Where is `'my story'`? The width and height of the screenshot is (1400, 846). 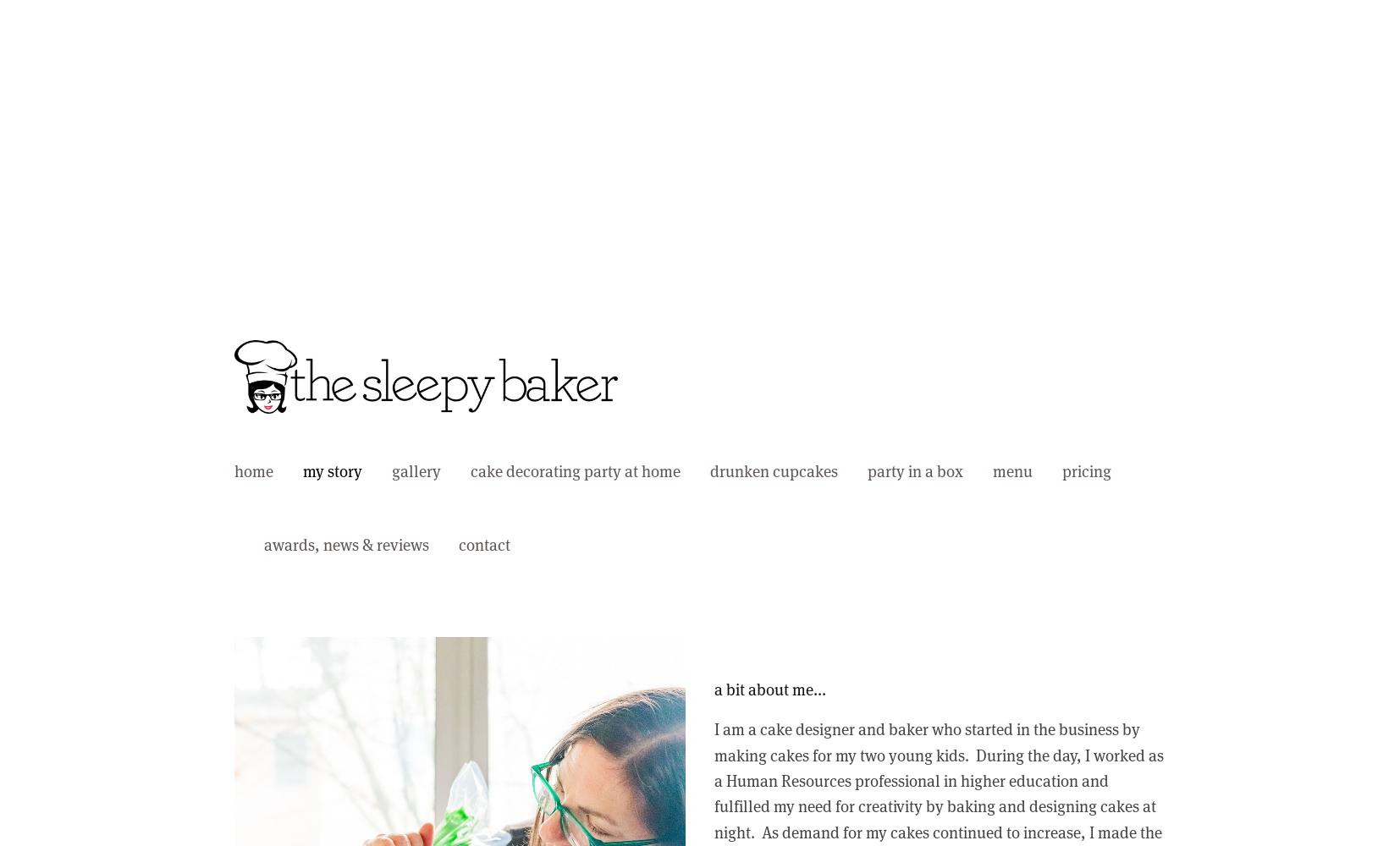 'my story' is located at coordinates (331, 470).